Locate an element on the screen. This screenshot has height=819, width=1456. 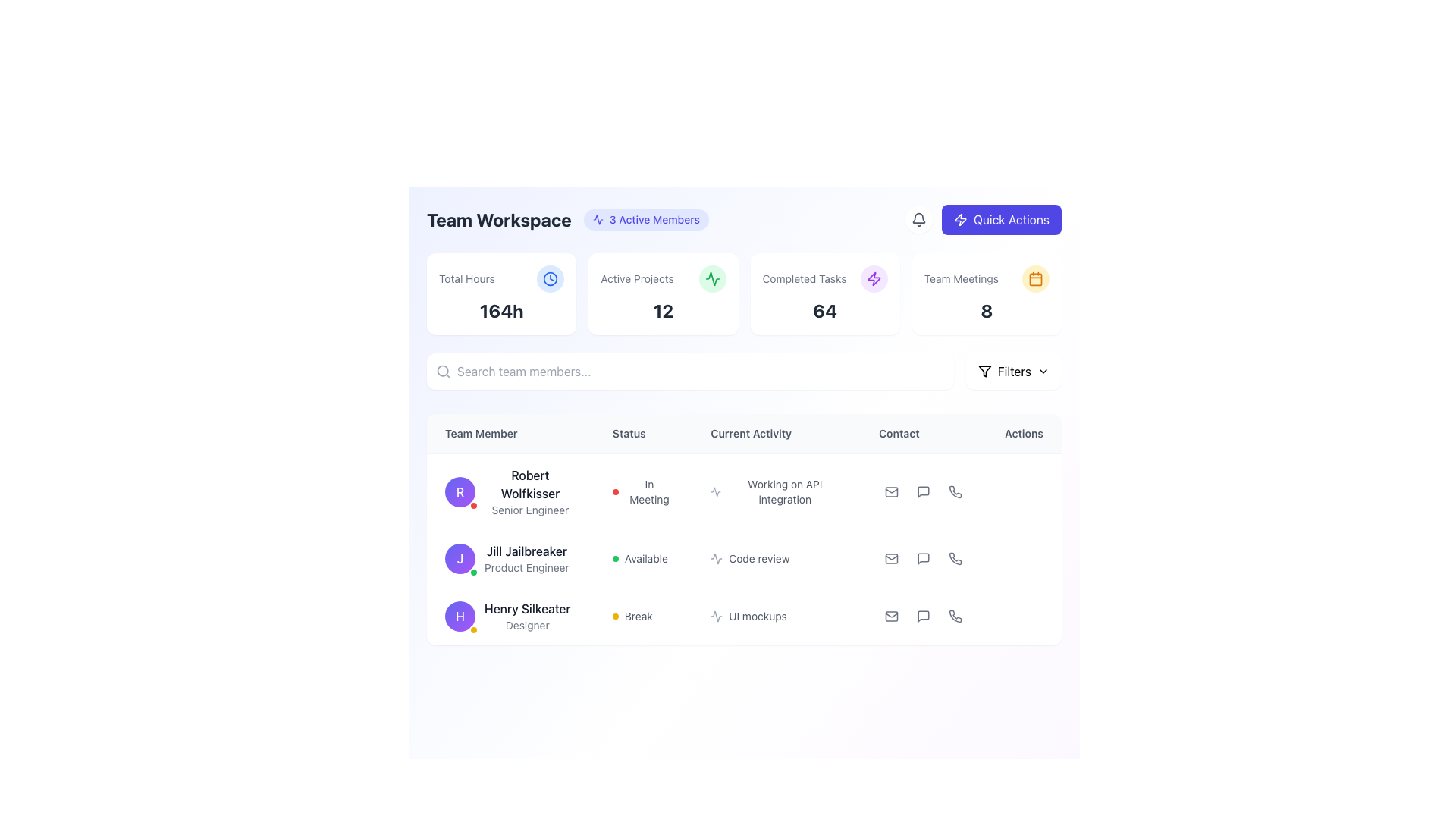
the 'Quick Actions' icon located in the top-right corner of the interface is located at coordinates (874, 278).